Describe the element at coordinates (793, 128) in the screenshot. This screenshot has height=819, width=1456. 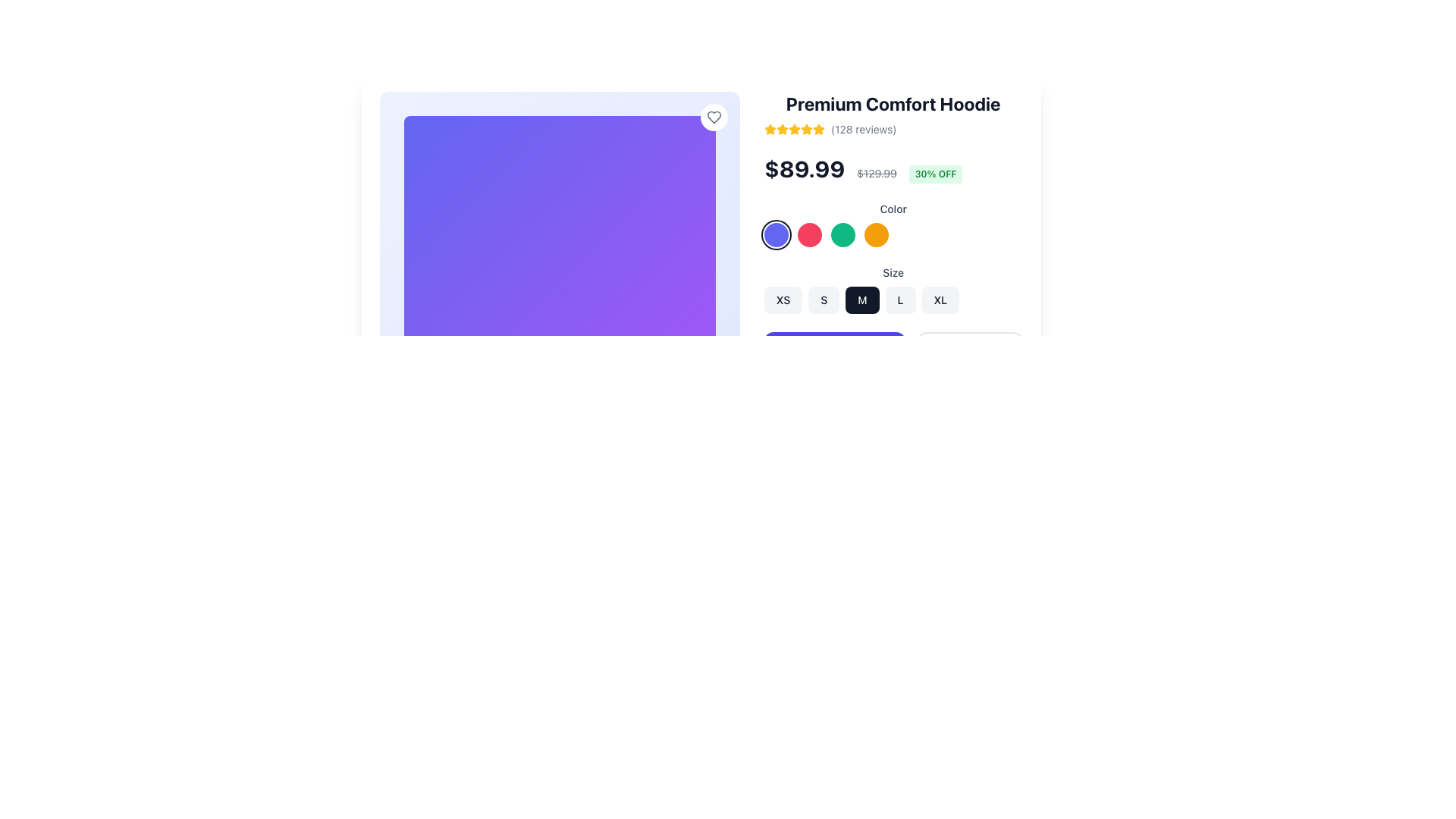
I see `the Rating star icon located in the middle of a horizontal row of five stars` at that location.